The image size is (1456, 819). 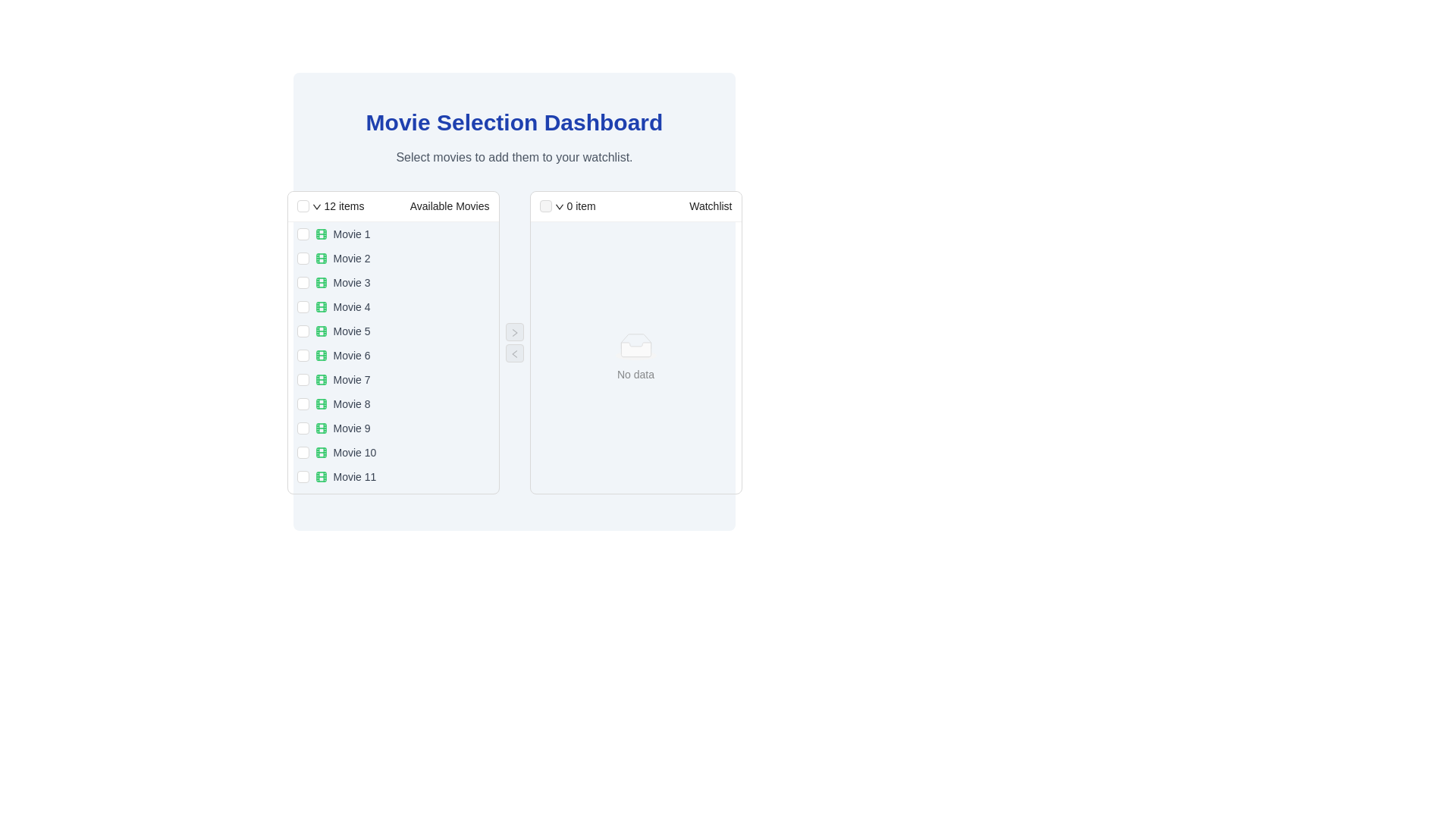 I want to click on the checkbox of the selectable movie option for 'Movie 2' in the list of available movies, so click(x=393, y=257).